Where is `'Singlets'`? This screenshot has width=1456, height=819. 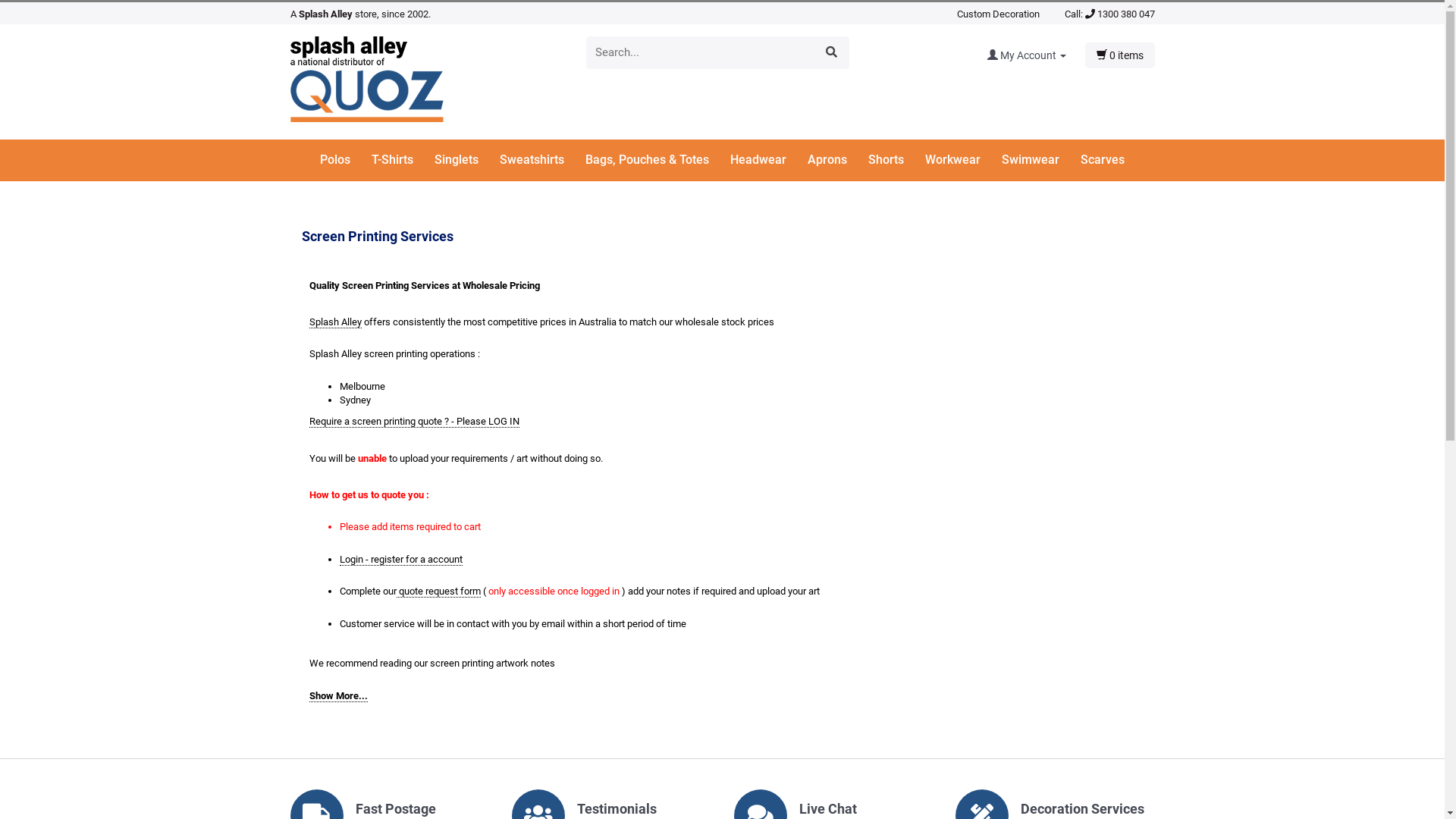
'Singlets' is located at coordinates (465, 160).